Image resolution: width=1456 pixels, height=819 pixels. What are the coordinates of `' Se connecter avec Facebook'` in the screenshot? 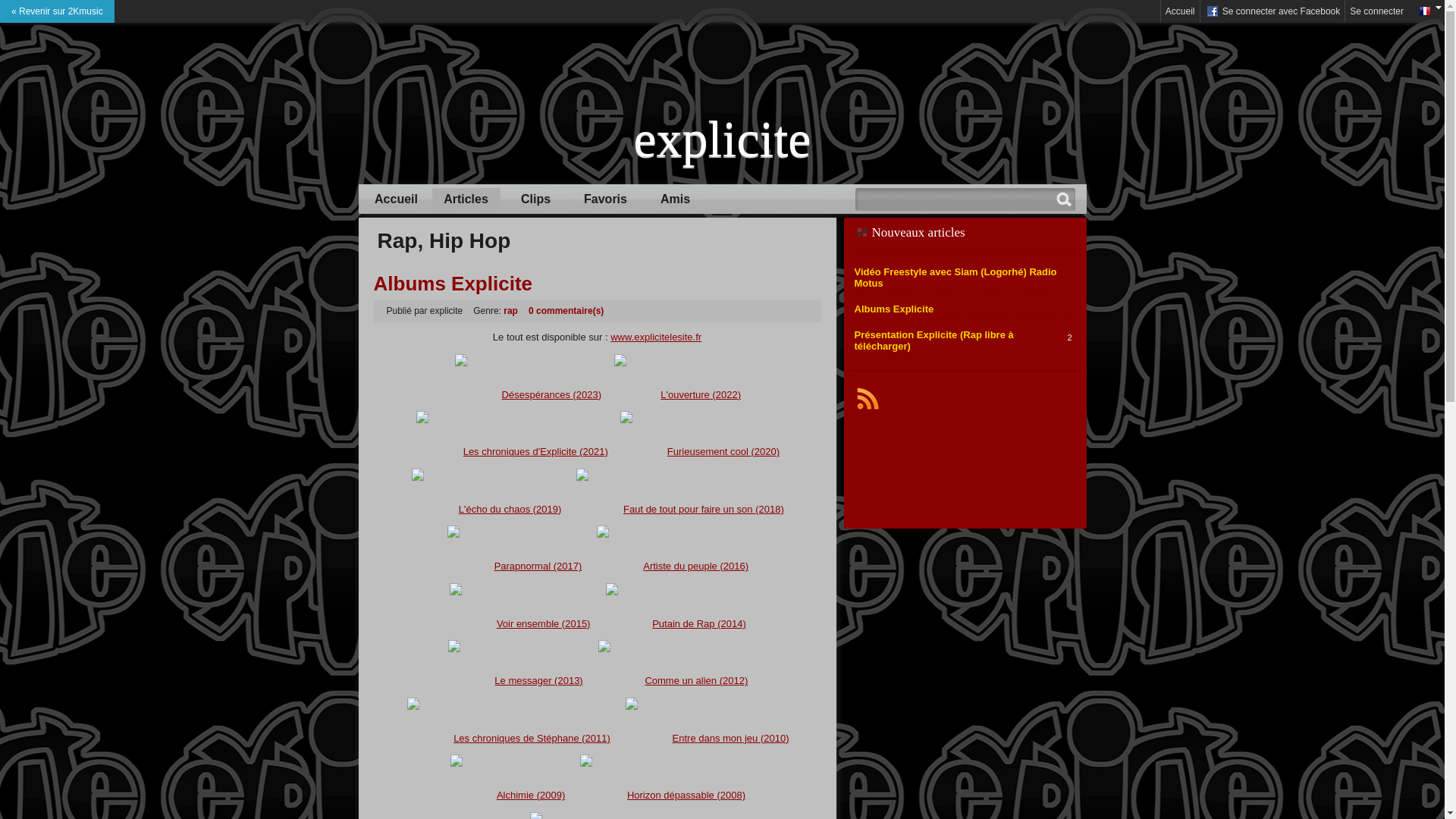 It's located at (1272, 11).